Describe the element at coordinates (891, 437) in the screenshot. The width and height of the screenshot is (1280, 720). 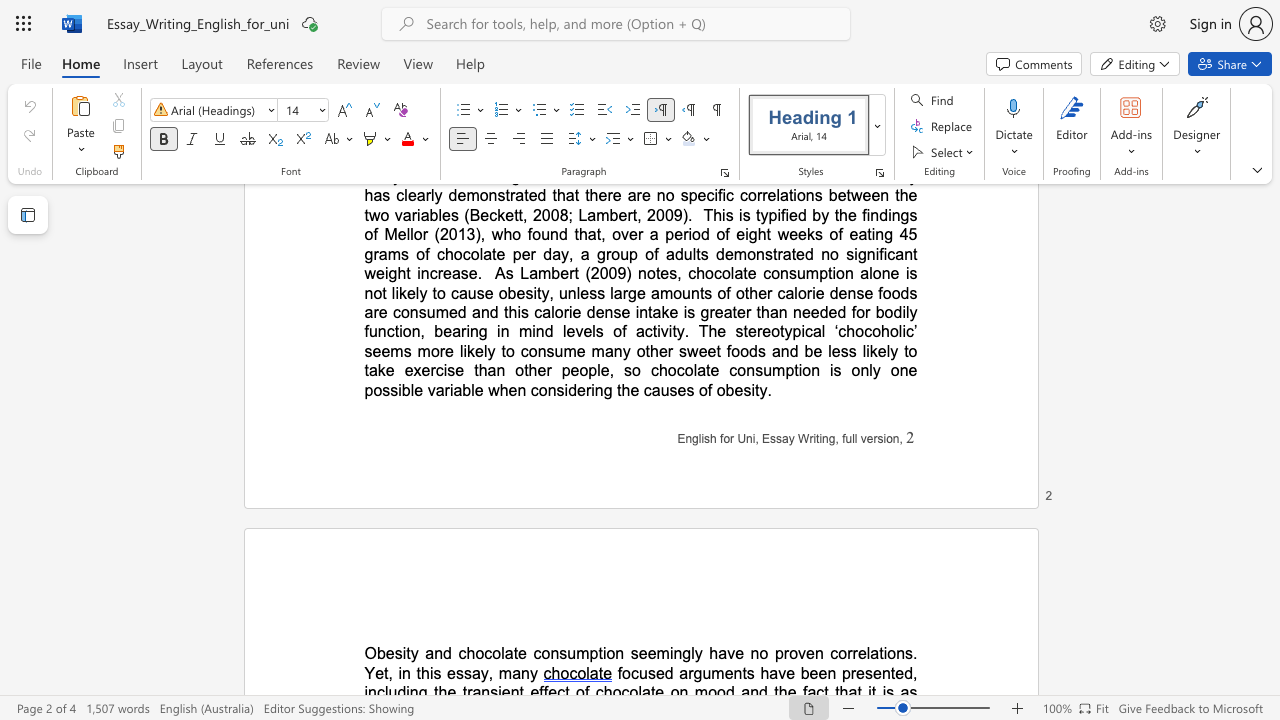
I see `the subset text "n," within the text "English for Uni, Essay Writing, full version,"` at that location.